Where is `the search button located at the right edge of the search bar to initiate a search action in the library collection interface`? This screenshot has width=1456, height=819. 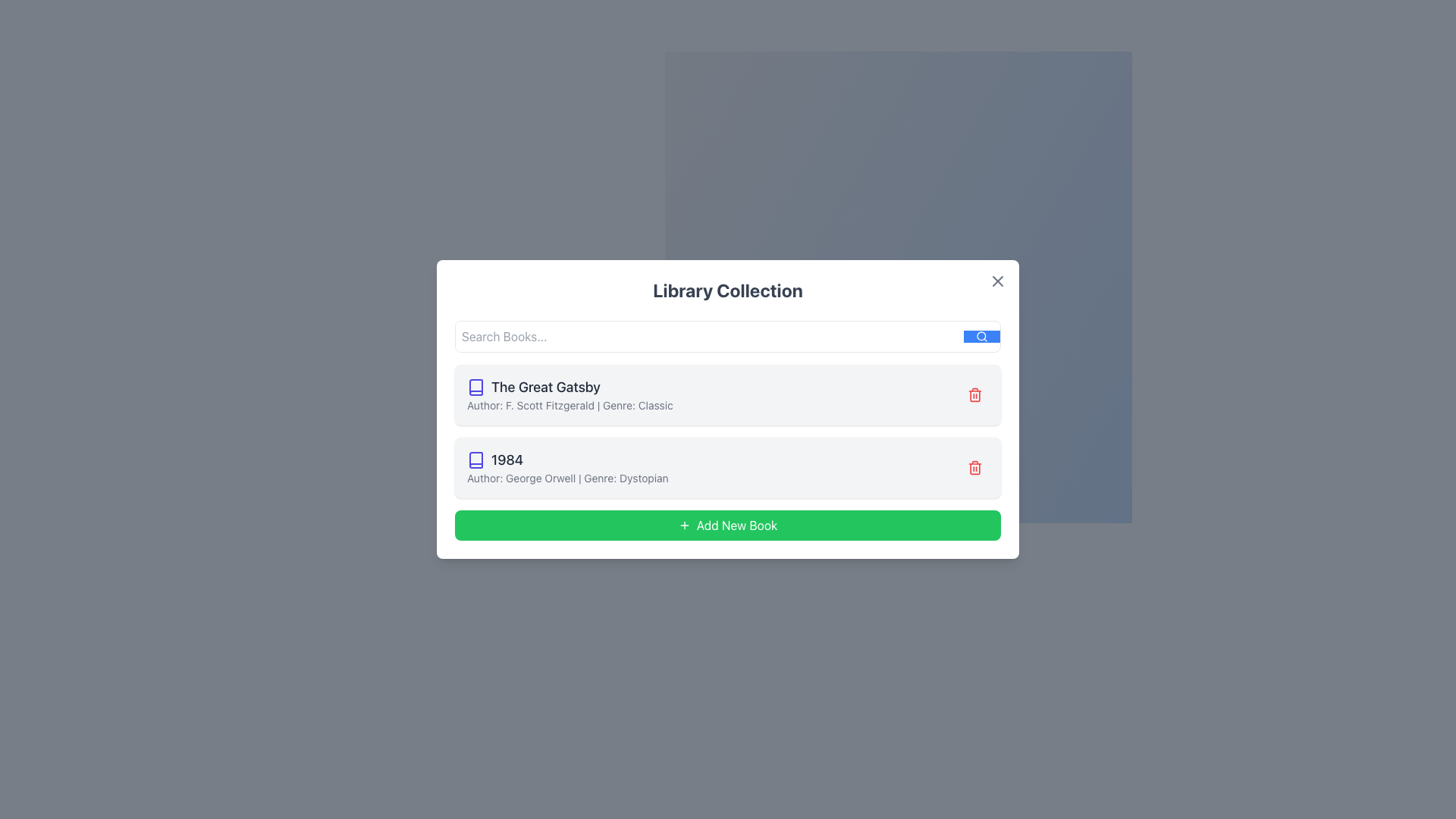 the search button located at the right edge of the search bar to initiate a search action in the library collection interface is located at coordinates (982, 335).